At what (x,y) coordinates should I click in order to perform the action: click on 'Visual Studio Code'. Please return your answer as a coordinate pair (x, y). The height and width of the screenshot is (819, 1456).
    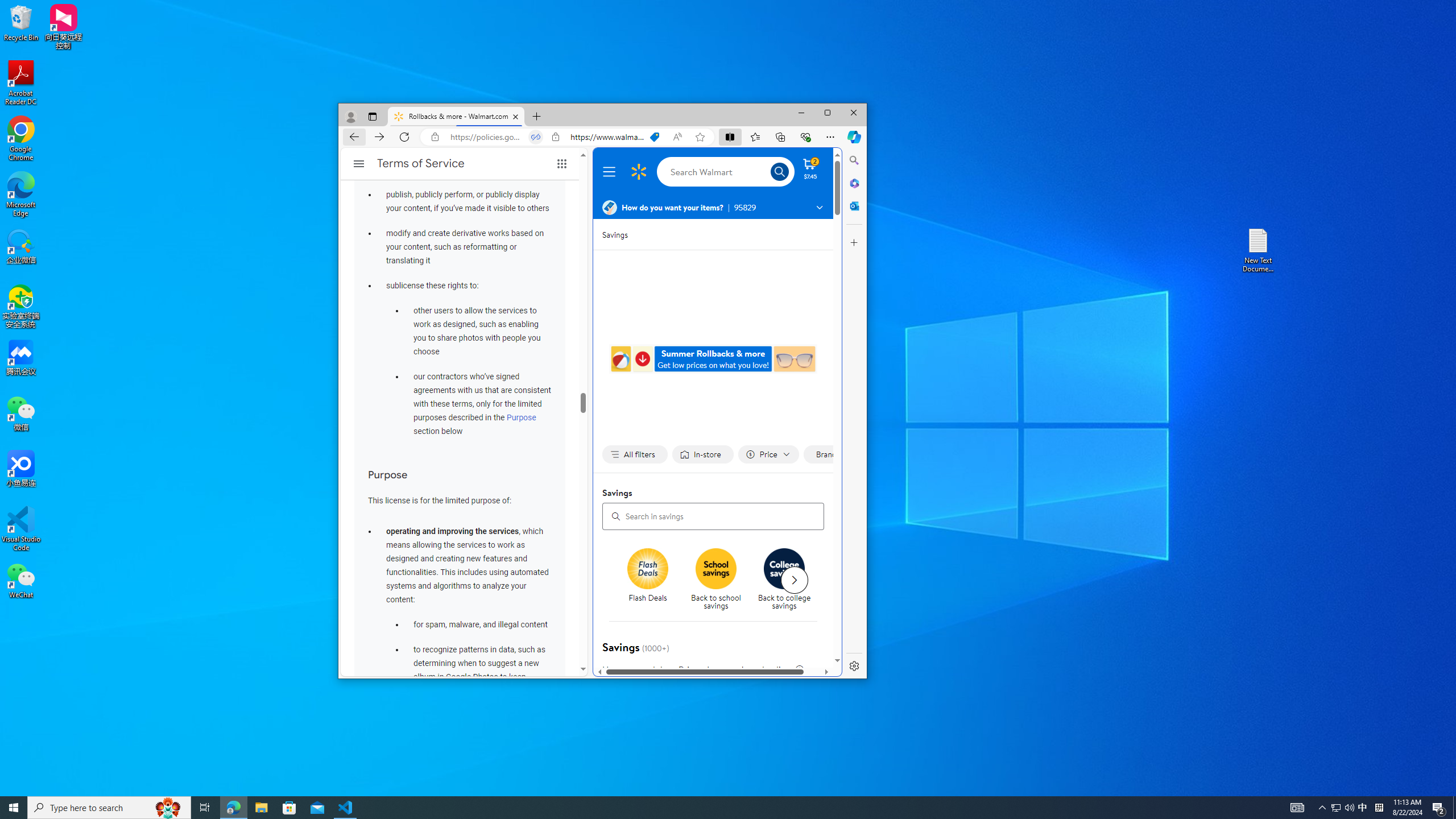
    Looking at the image, I should click on (20, 528).